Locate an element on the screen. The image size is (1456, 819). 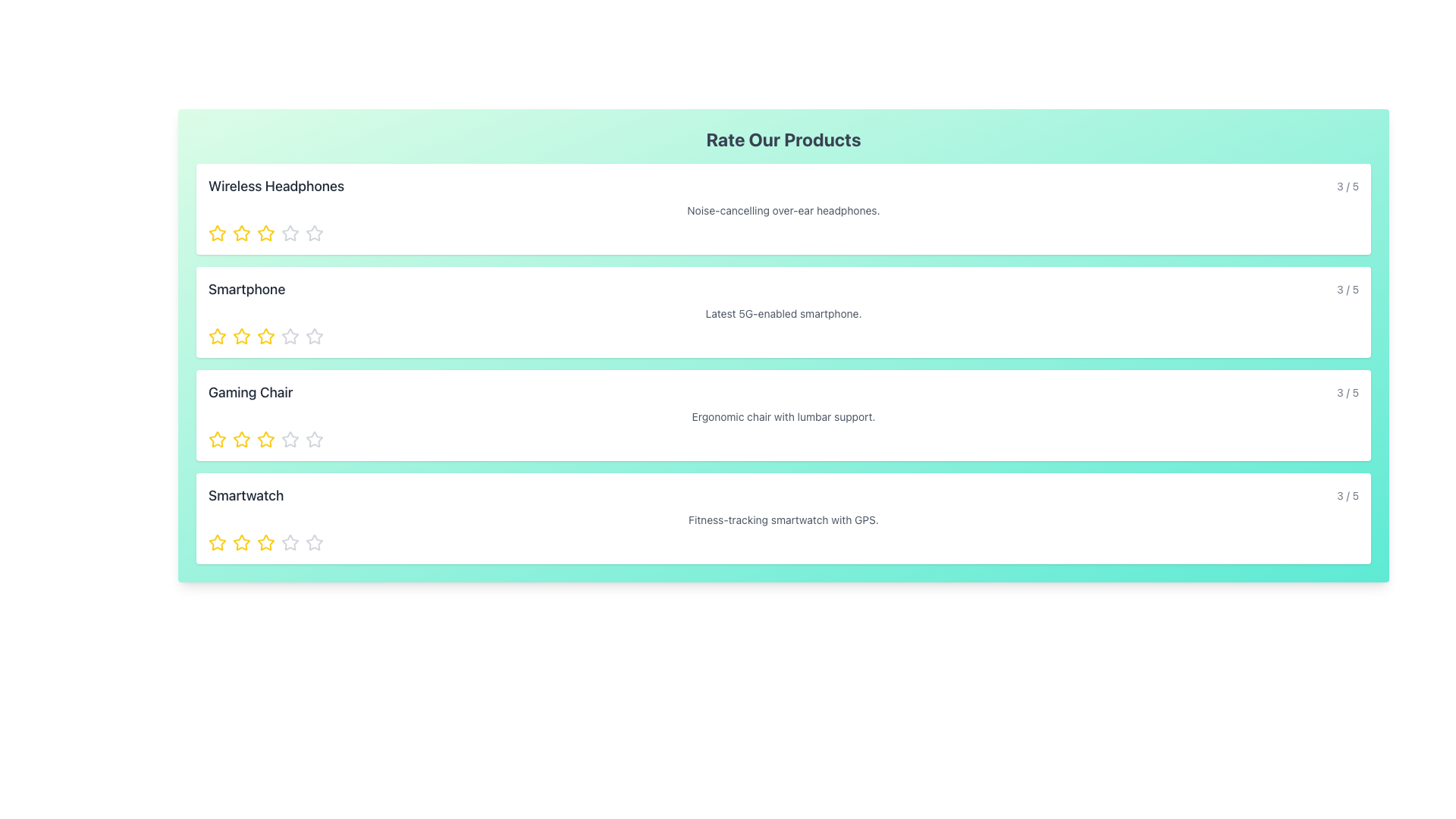
the third rating star from the left in the 'Wireless Headphones' product card is located at coordinates (265, 233).